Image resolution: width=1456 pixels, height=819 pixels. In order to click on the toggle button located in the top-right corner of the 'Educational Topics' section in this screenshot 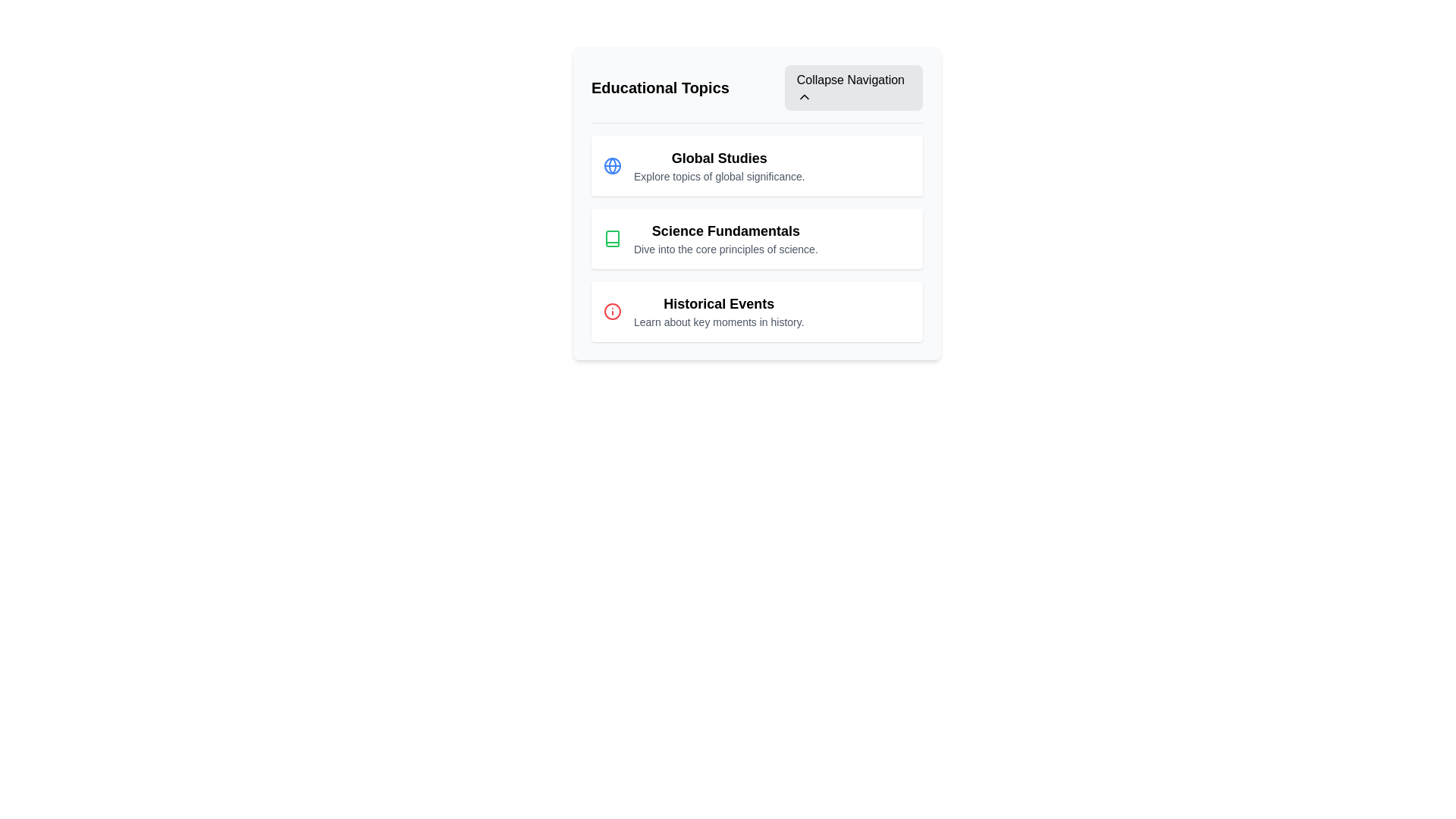, I will do `click(853, 87)`.